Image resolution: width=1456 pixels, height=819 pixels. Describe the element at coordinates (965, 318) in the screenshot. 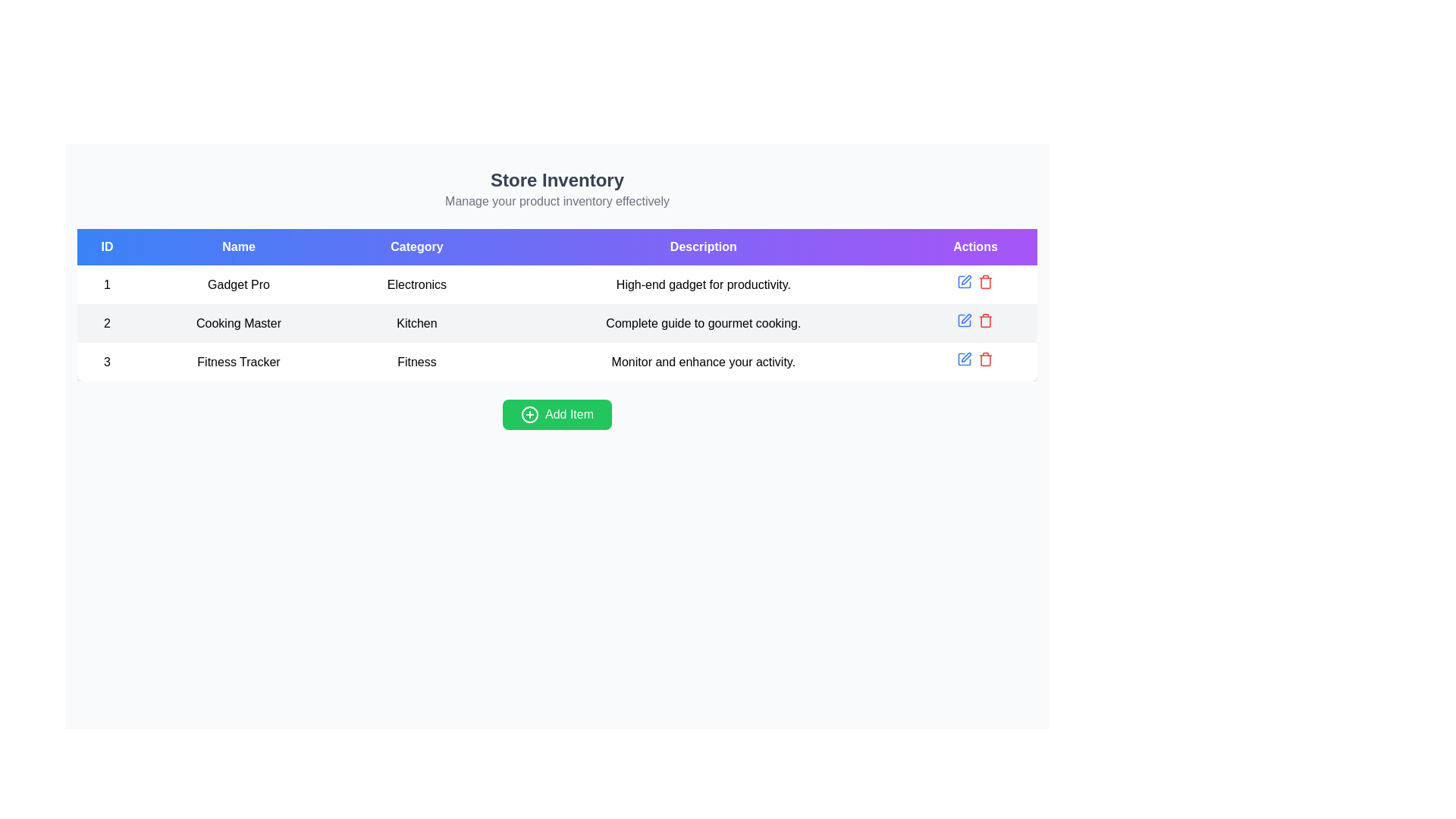

I see `the pen icon in the 'Actions' column for the 'Cooking Master' row` at that location.